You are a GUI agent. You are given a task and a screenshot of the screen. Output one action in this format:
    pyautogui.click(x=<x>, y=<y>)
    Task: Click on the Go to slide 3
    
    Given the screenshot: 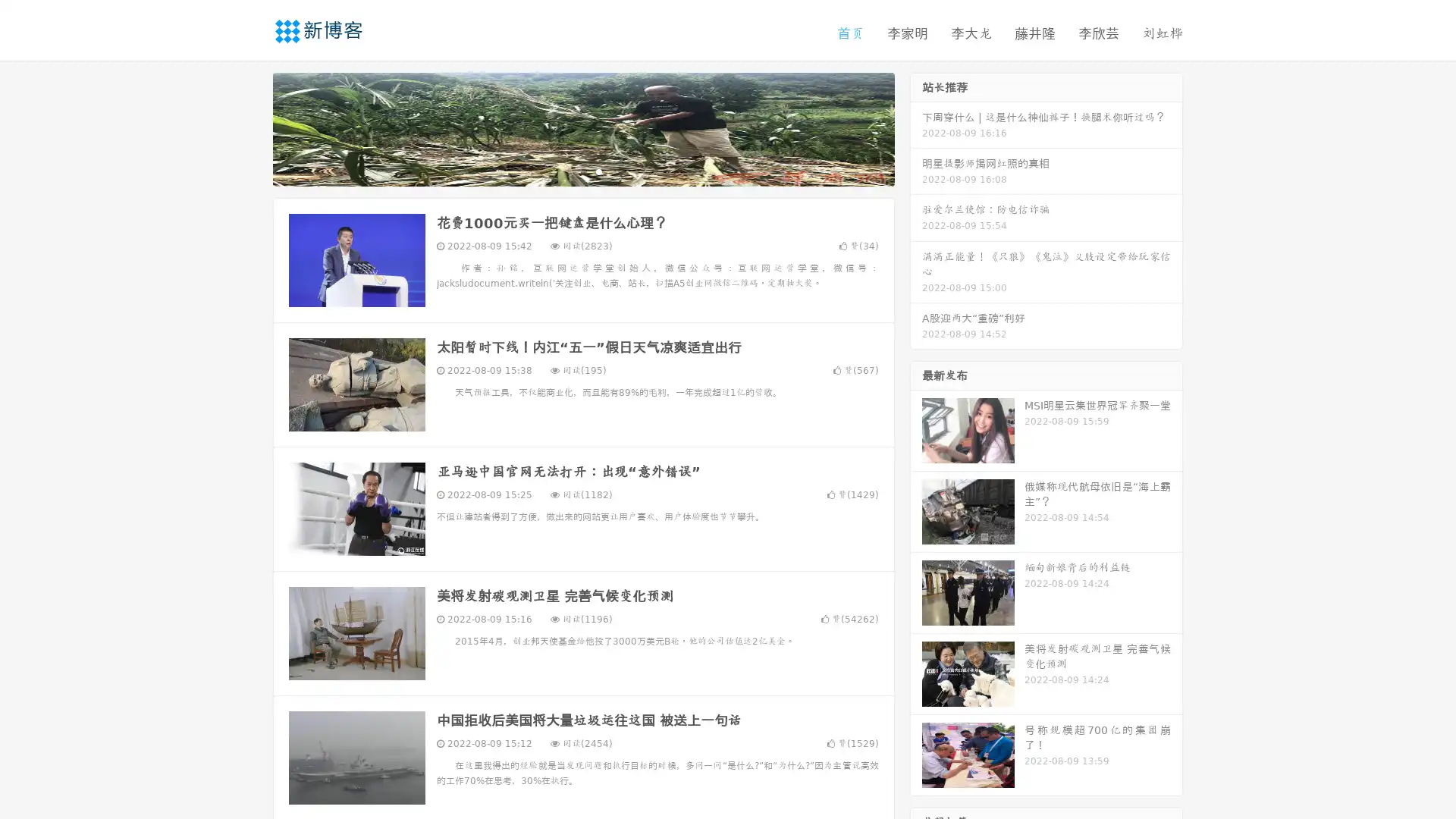 What is the action you would take?
    pyautogui.click(x=598, y=171)
    